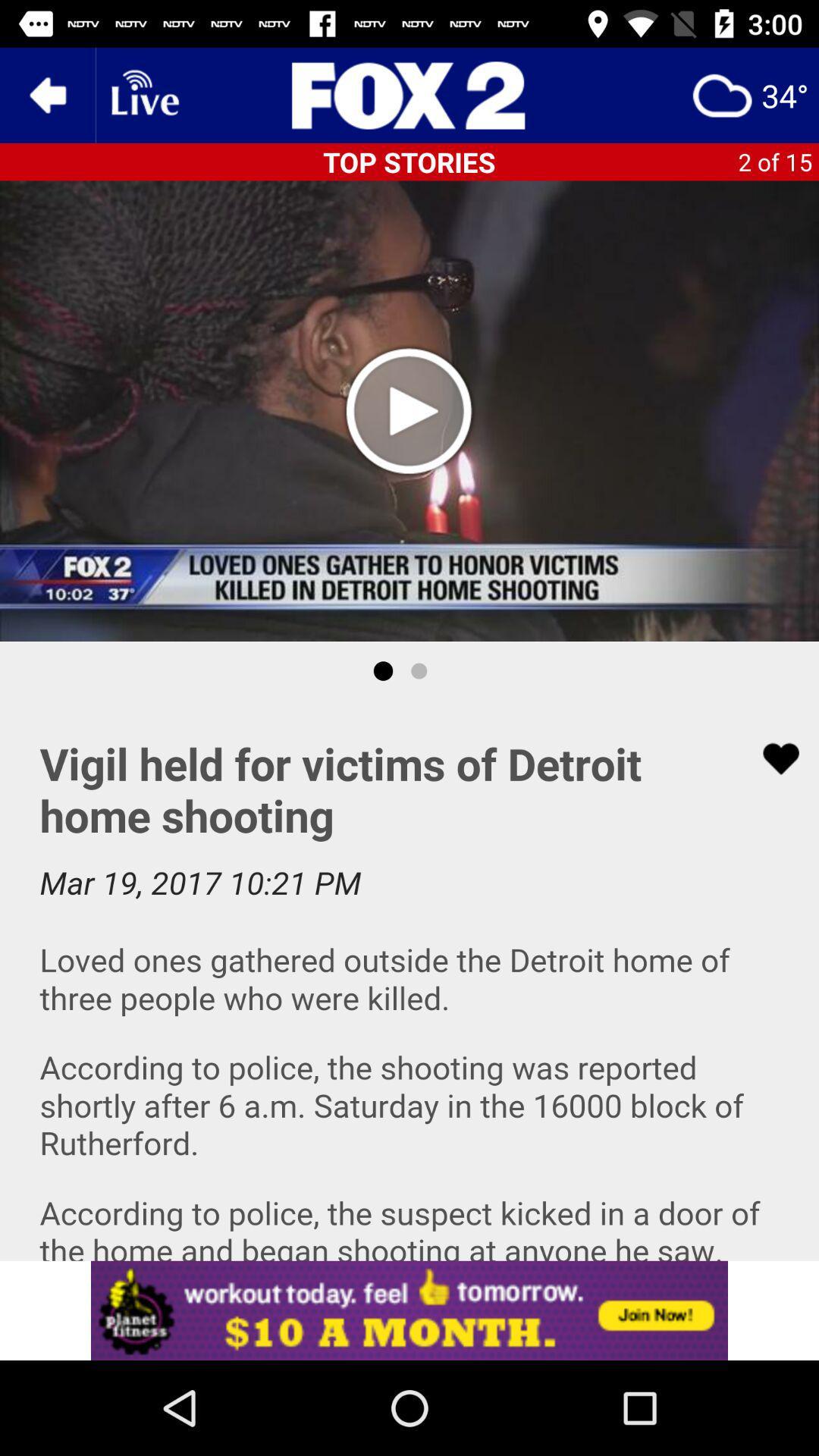 Image resolution: width=819 pixels, height=1456 pixels. Describe the element at coordinates (771, 758) in the screenshot. I see `bookmark favorite` at that location.